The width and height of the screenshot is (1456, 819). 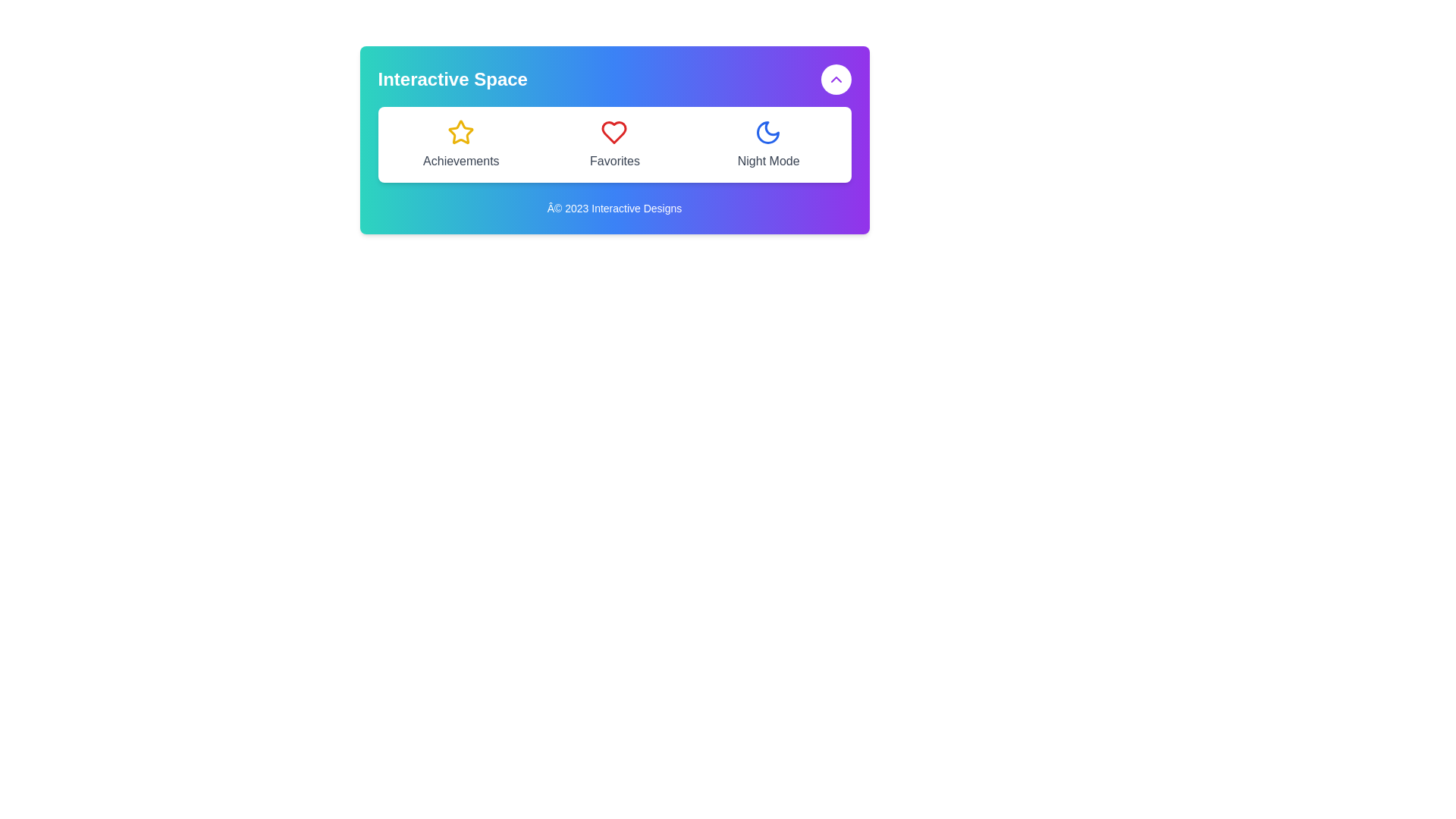 What do you see at coordinates (768, 131) in the screenshot?
I see `the blue moon-shaped icon located in the 'Night Mode' section` at bounding box center [768, 131].